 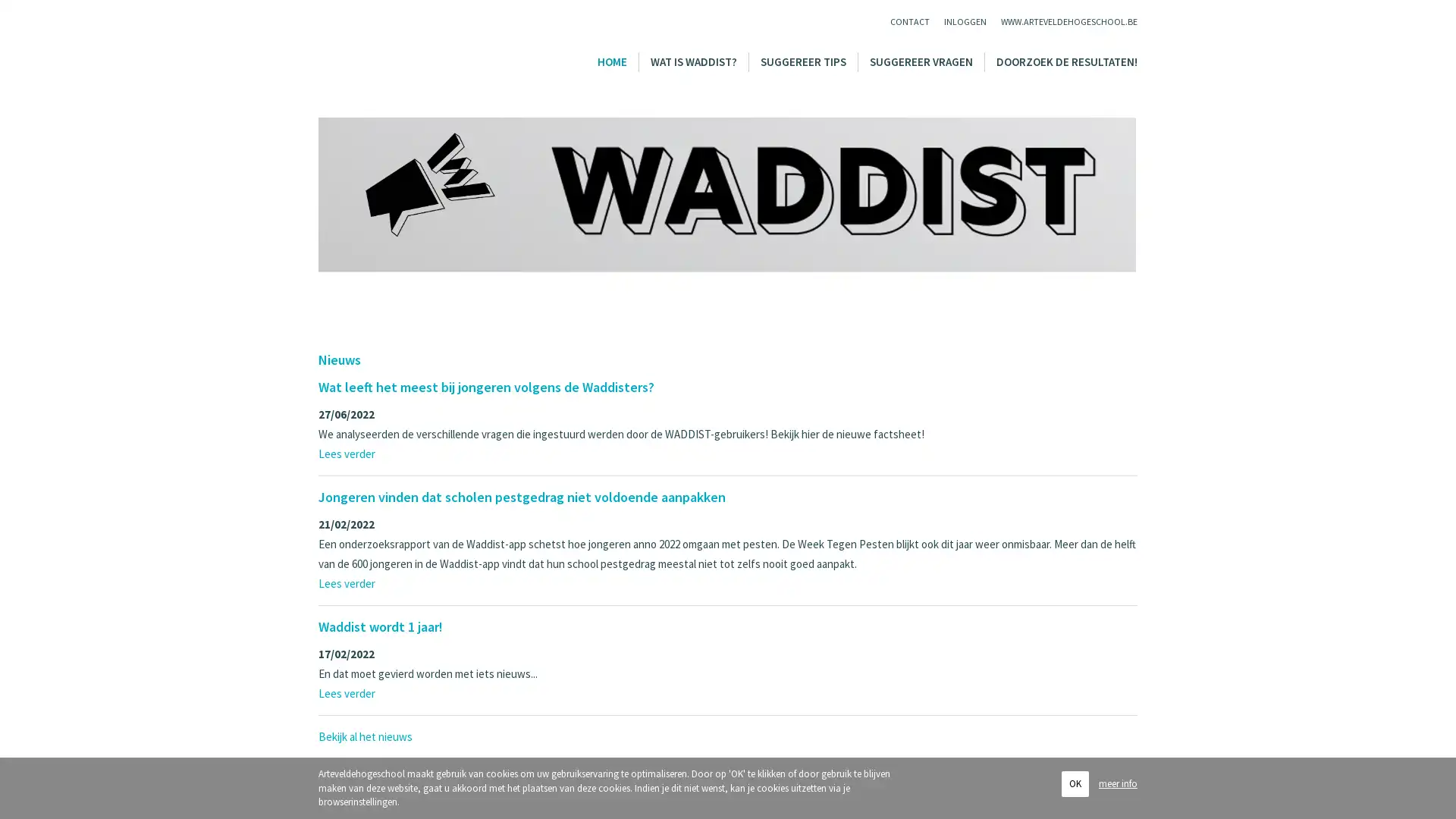 What do you see at coordinates (1074, 783) in the screenshot?
I see `OK` at bounding box center [1074, 783].